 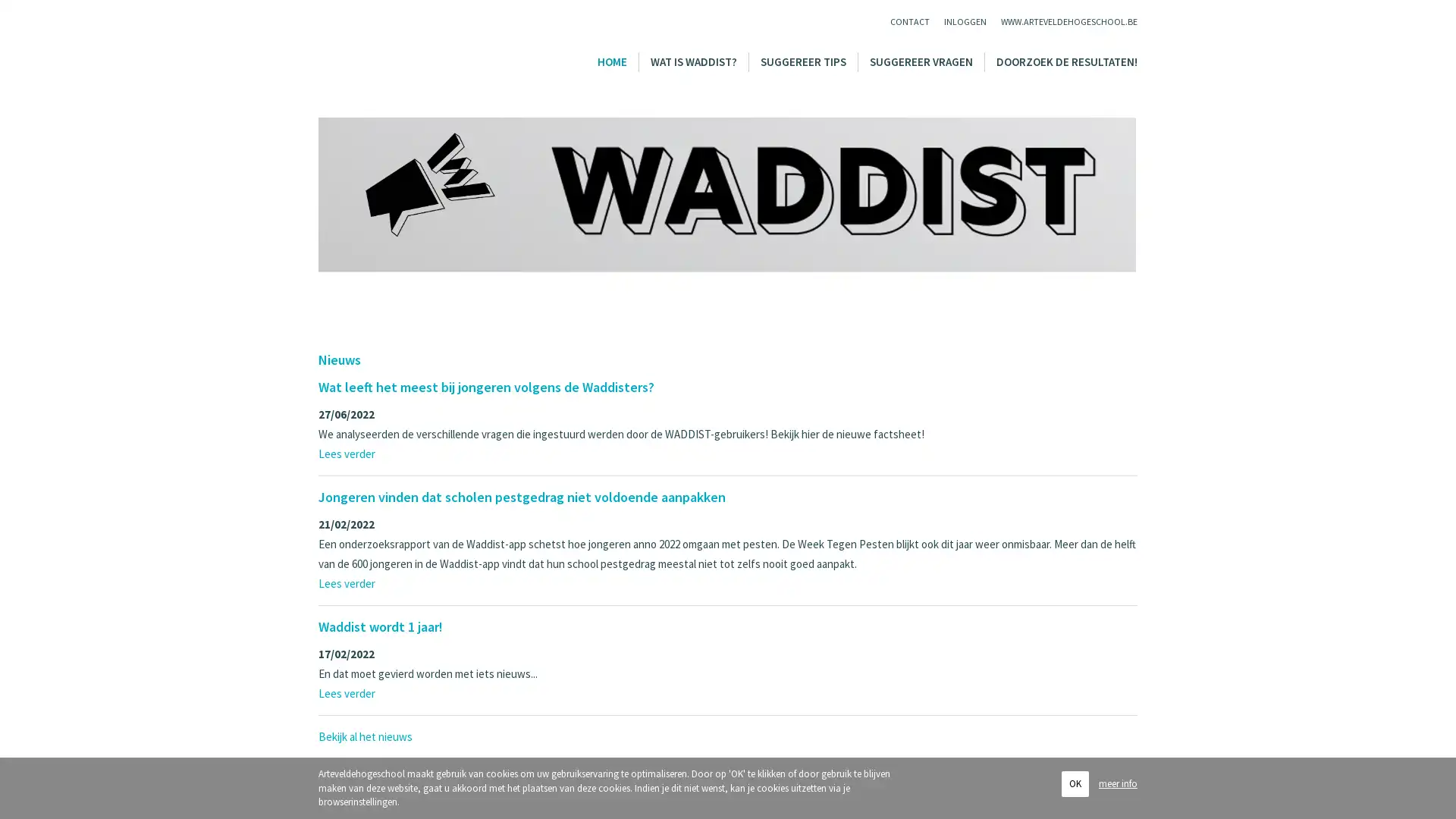 What do you see at coordinates (1074, 783) in the screenshot?
I see `OK` at bounding box center [1074, 783].